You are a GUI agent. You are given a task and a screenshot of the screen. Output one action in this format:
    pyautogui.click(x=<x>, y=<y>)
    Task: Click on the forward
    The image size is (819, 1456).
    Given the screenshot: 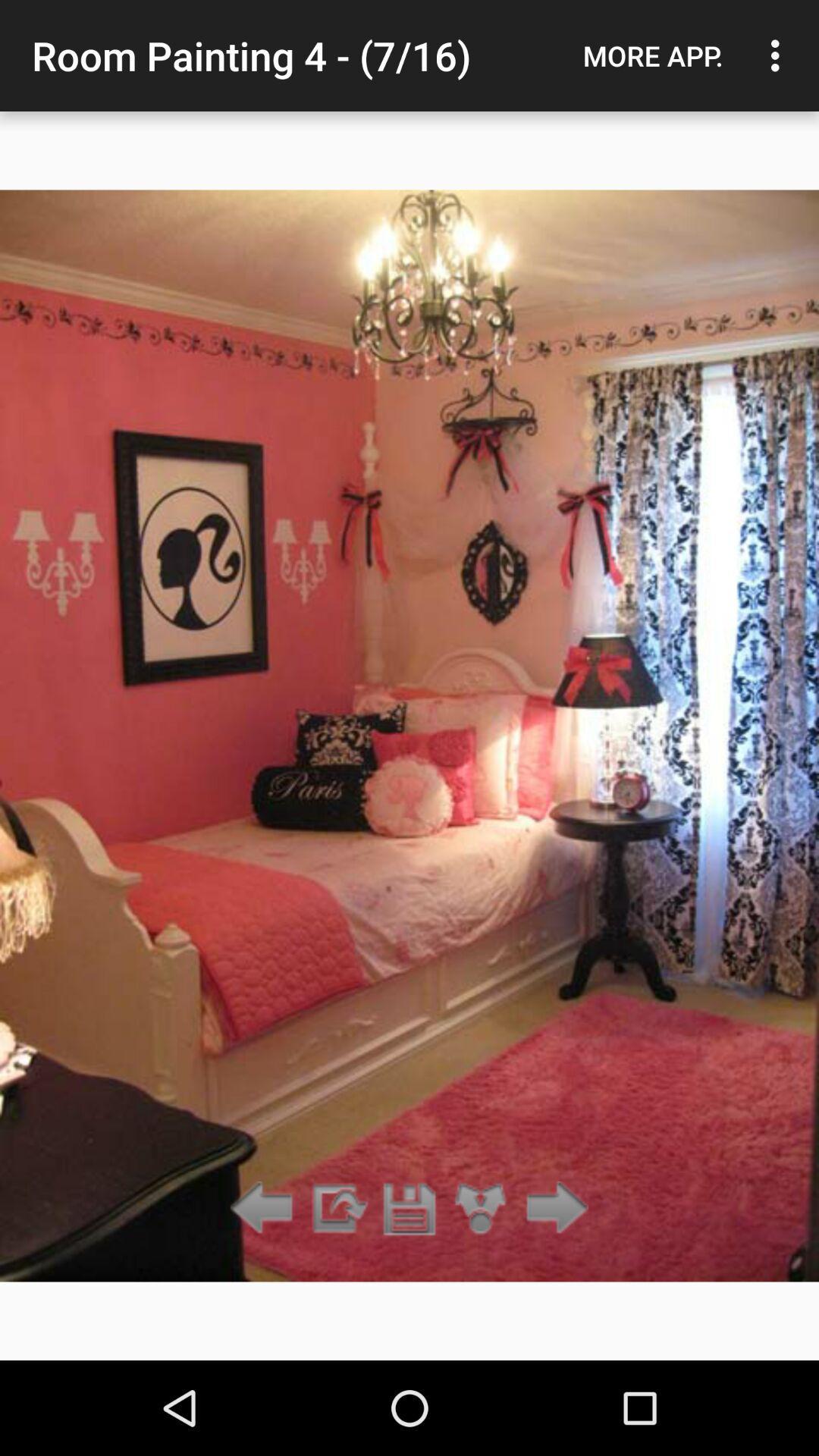 What is the action you would take?
    pyautogui.click(x=337, y=1208)
    